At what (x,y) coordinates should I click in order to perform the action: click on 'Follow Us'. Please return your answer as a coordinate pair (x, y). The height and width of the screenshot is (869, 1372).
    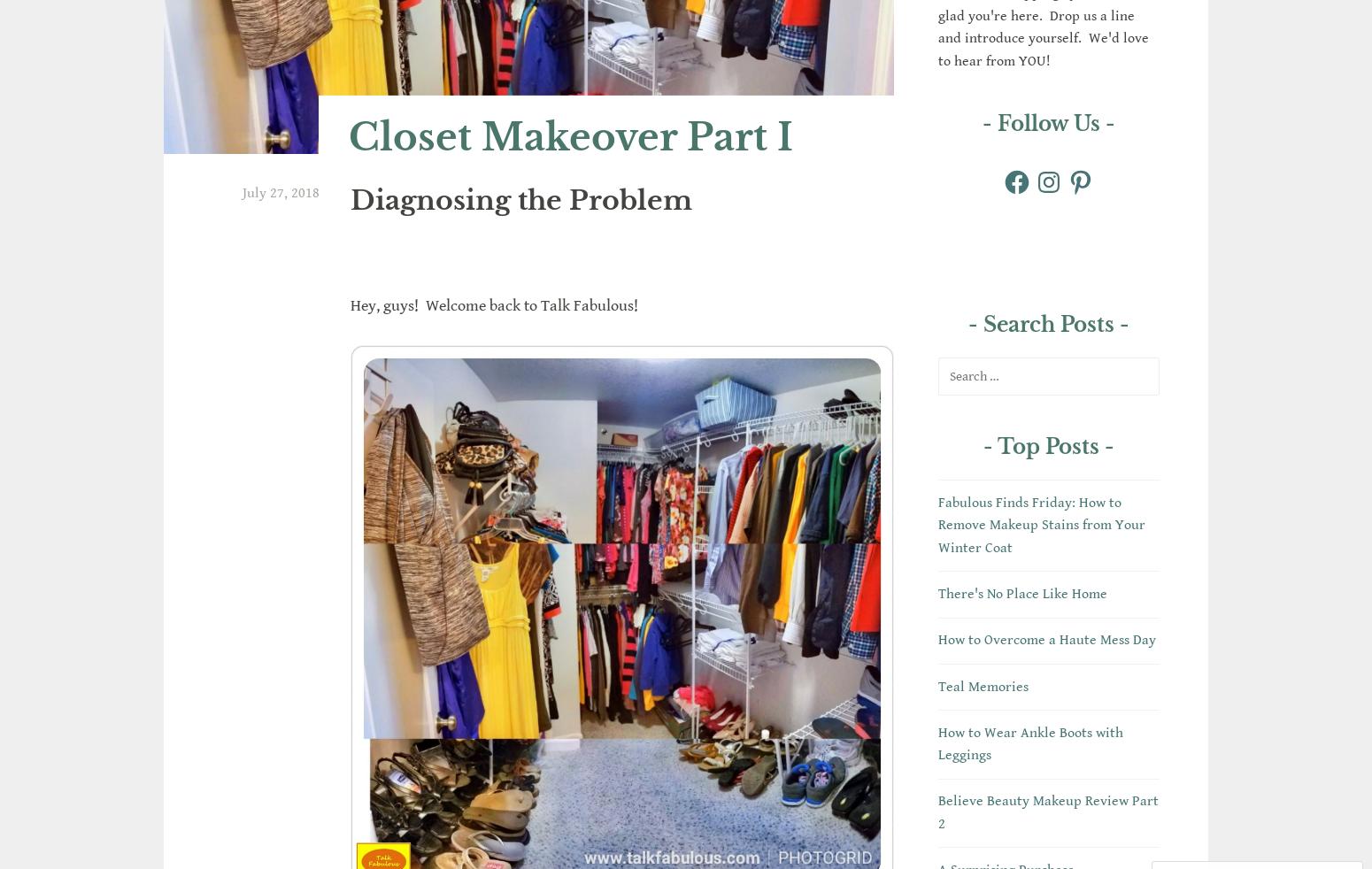
    Looking at the image, I should click on (1048, 121).